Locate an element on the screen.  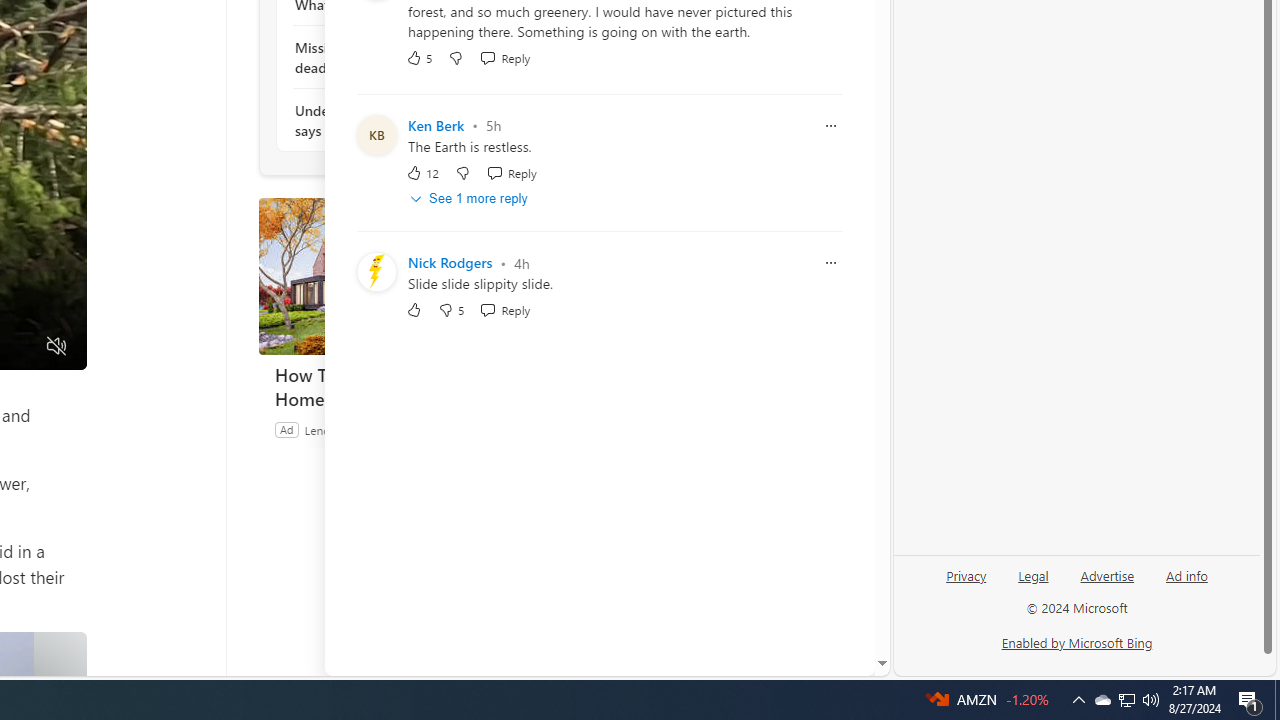
'Profile Picture' is located at coordinates (376, 272).